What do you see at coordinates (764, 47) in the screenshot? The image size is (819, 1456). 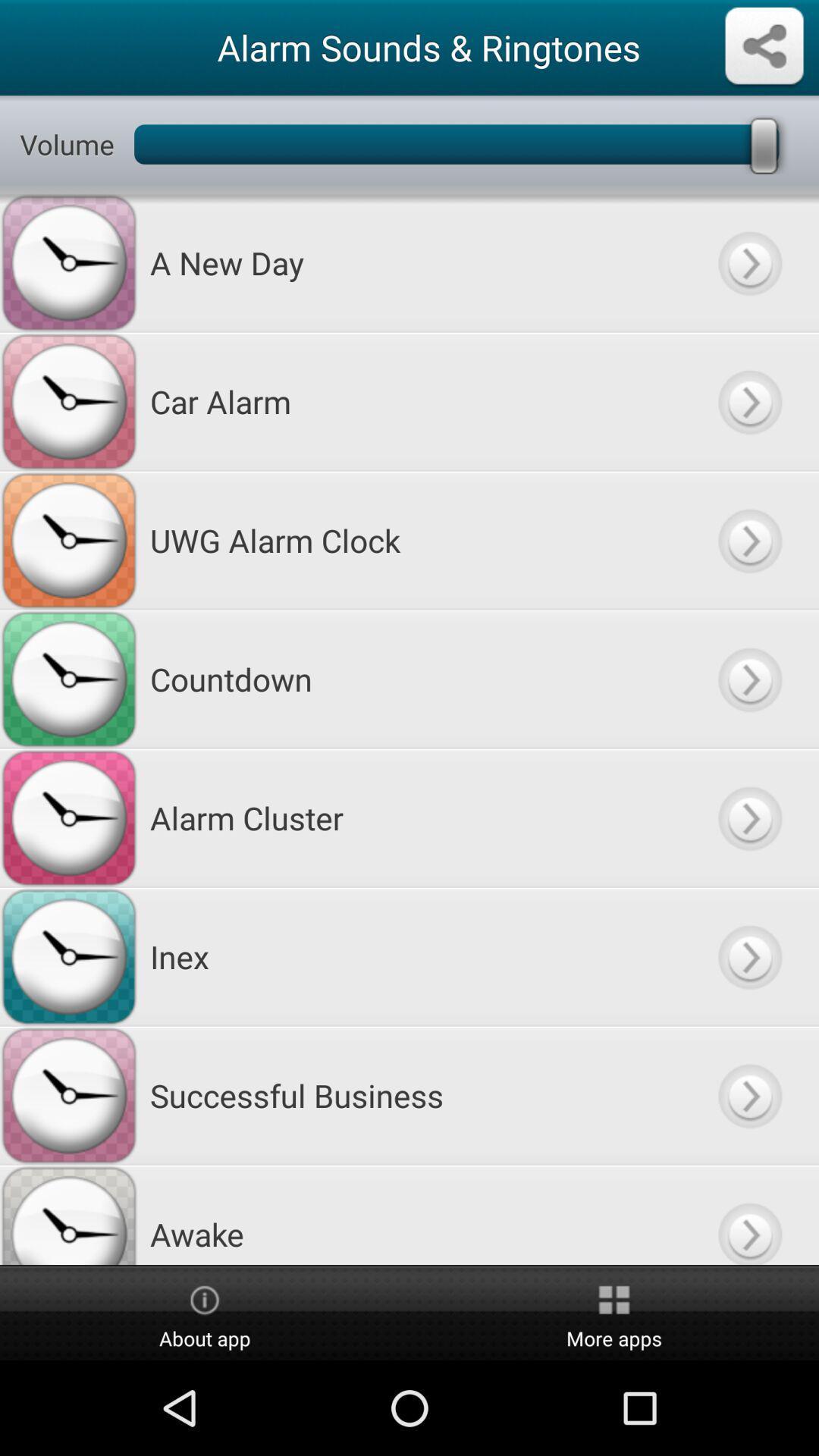 I see `share the sound` at bounding box center [764, 47].